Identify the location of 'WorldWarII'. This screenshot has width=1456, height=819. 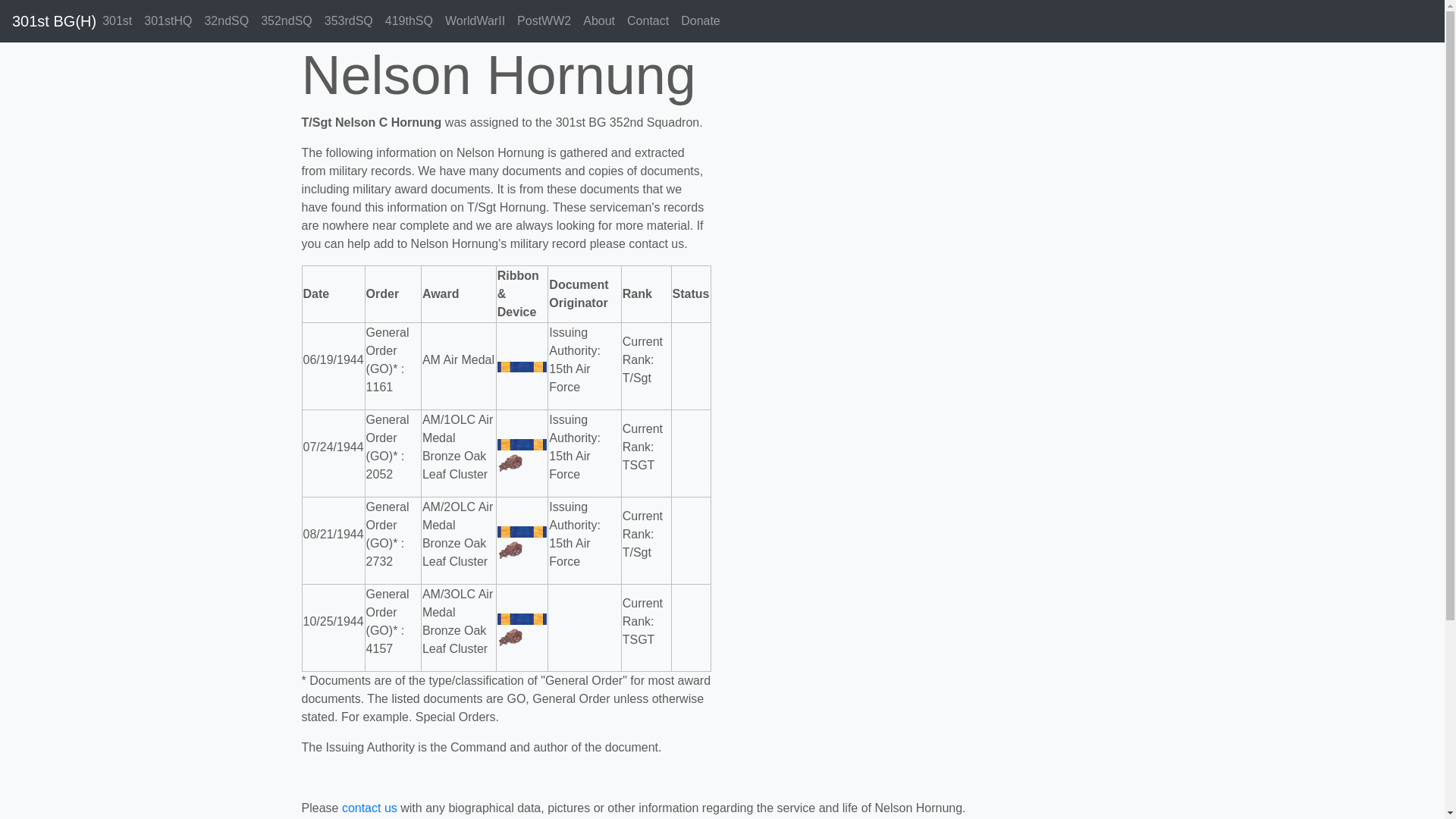
(474, 20).